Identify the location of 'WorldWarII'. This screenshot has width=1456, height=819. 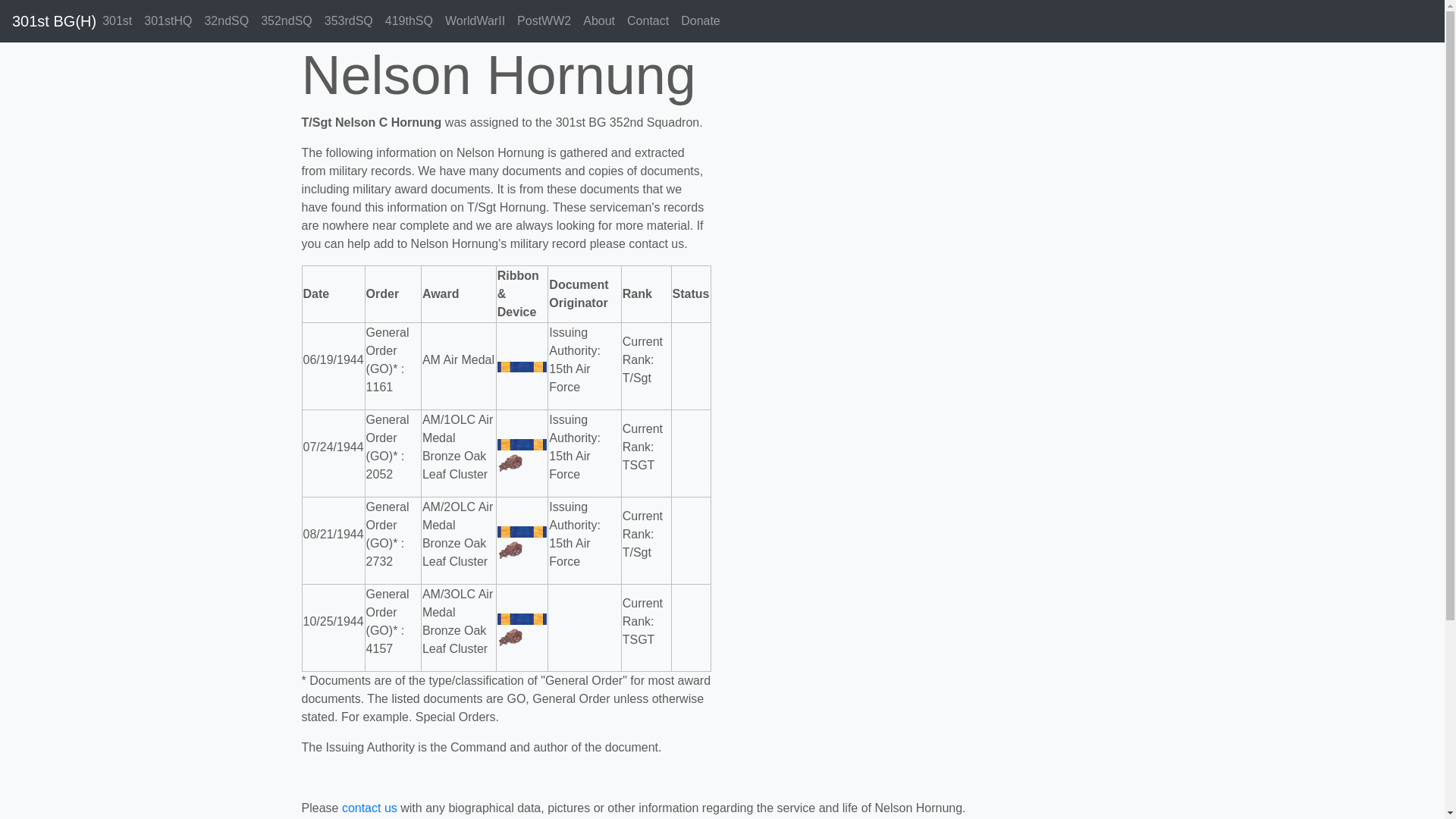
(474, 20).